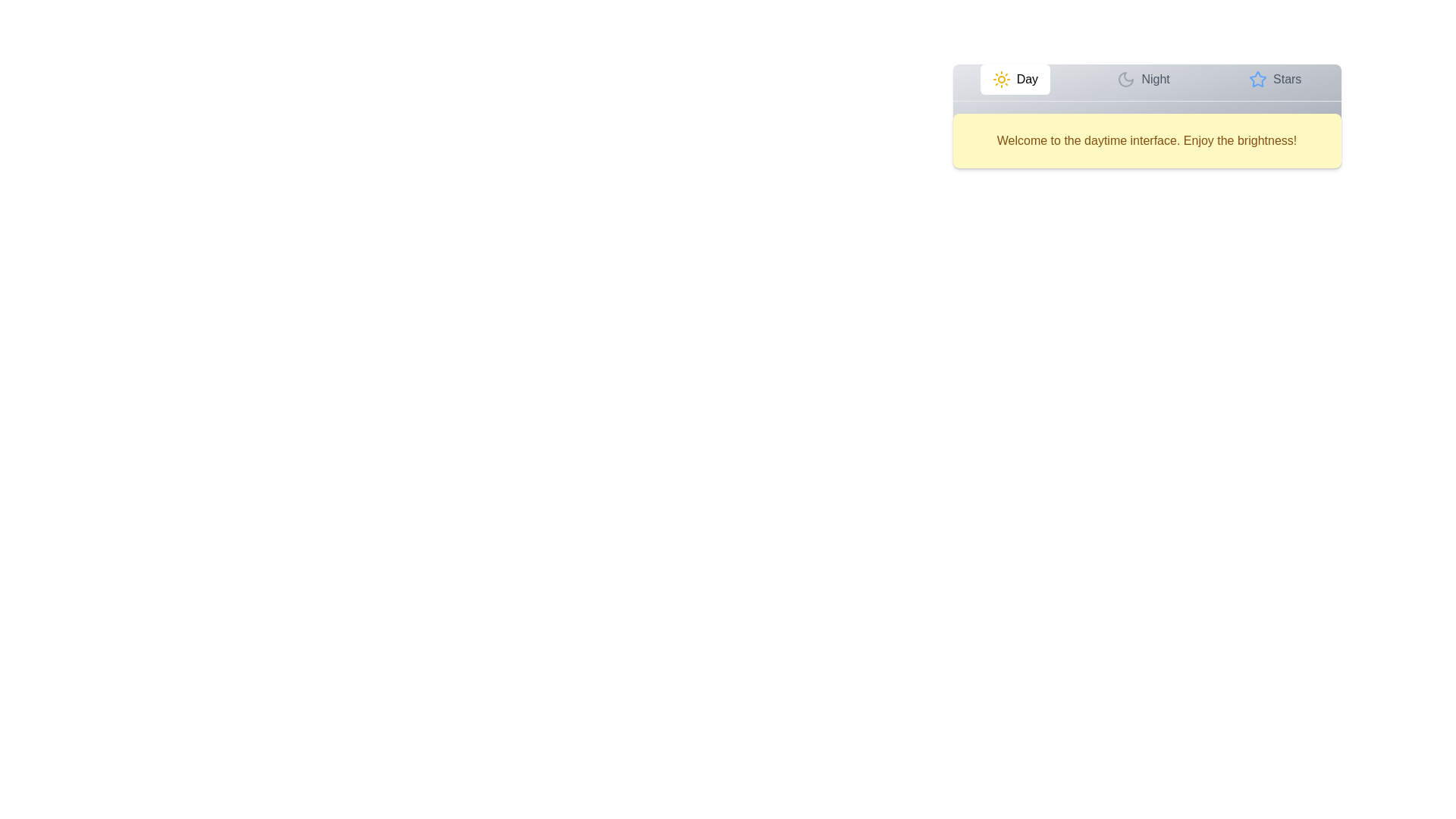  What do you see at coordinates (1015, 79) in the screenshot?
I see `the Day tab` at bounding box center [1015, 79].